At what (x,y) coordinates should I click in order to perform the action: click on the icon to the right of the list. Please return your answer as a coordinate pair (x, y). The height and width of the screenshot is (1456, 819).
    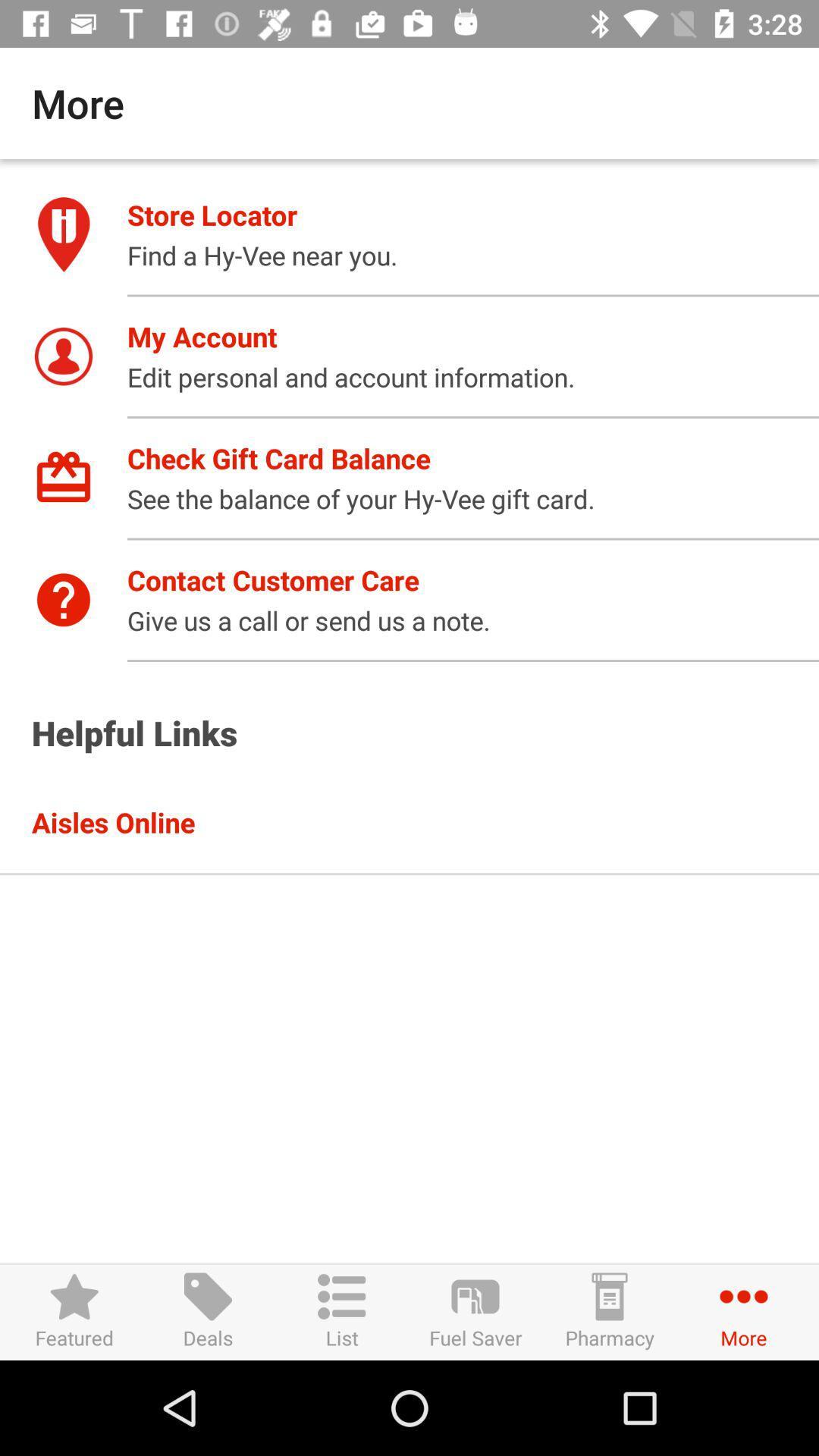
    Looking at the image, I should click on (475, 1311).